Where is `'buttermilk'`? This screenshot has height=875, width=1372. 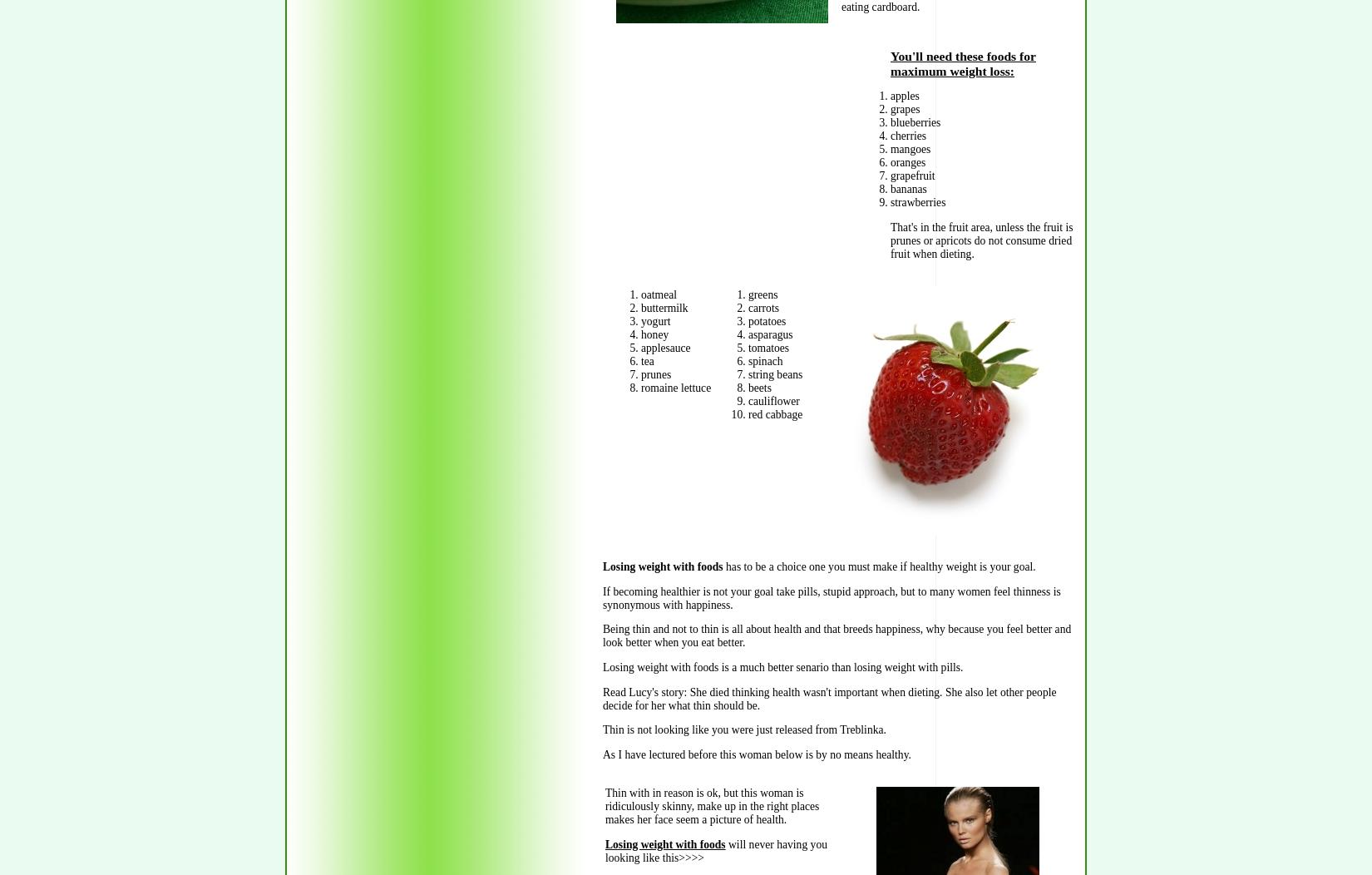 'buttermilk' is located at coordinates (663, 307).